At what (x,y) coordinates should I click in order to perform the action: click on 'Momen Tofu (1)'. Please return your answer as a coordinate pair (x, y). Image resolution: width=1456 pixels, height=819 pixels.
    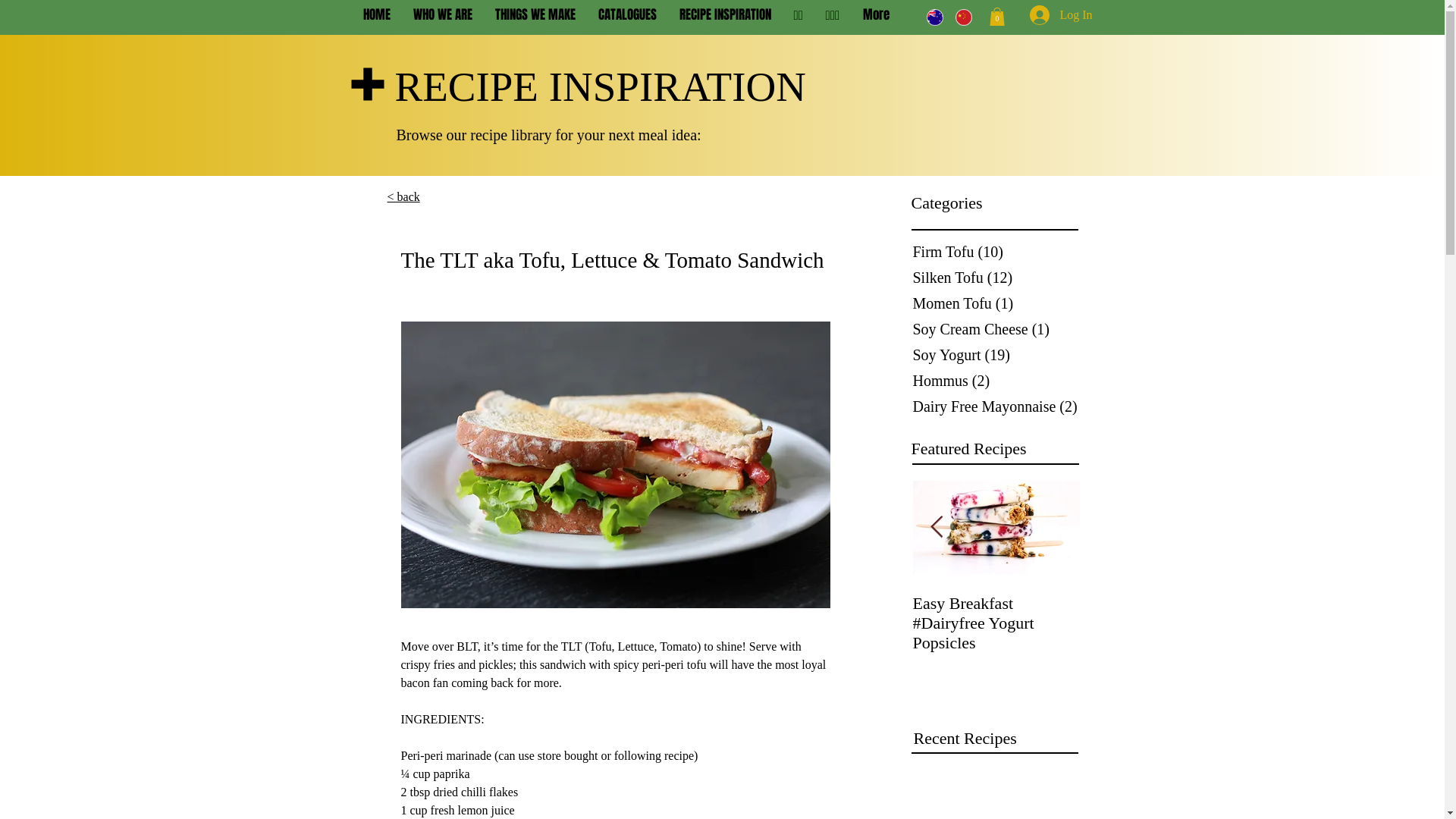
    Looking at the image, I should click on (997, 303).